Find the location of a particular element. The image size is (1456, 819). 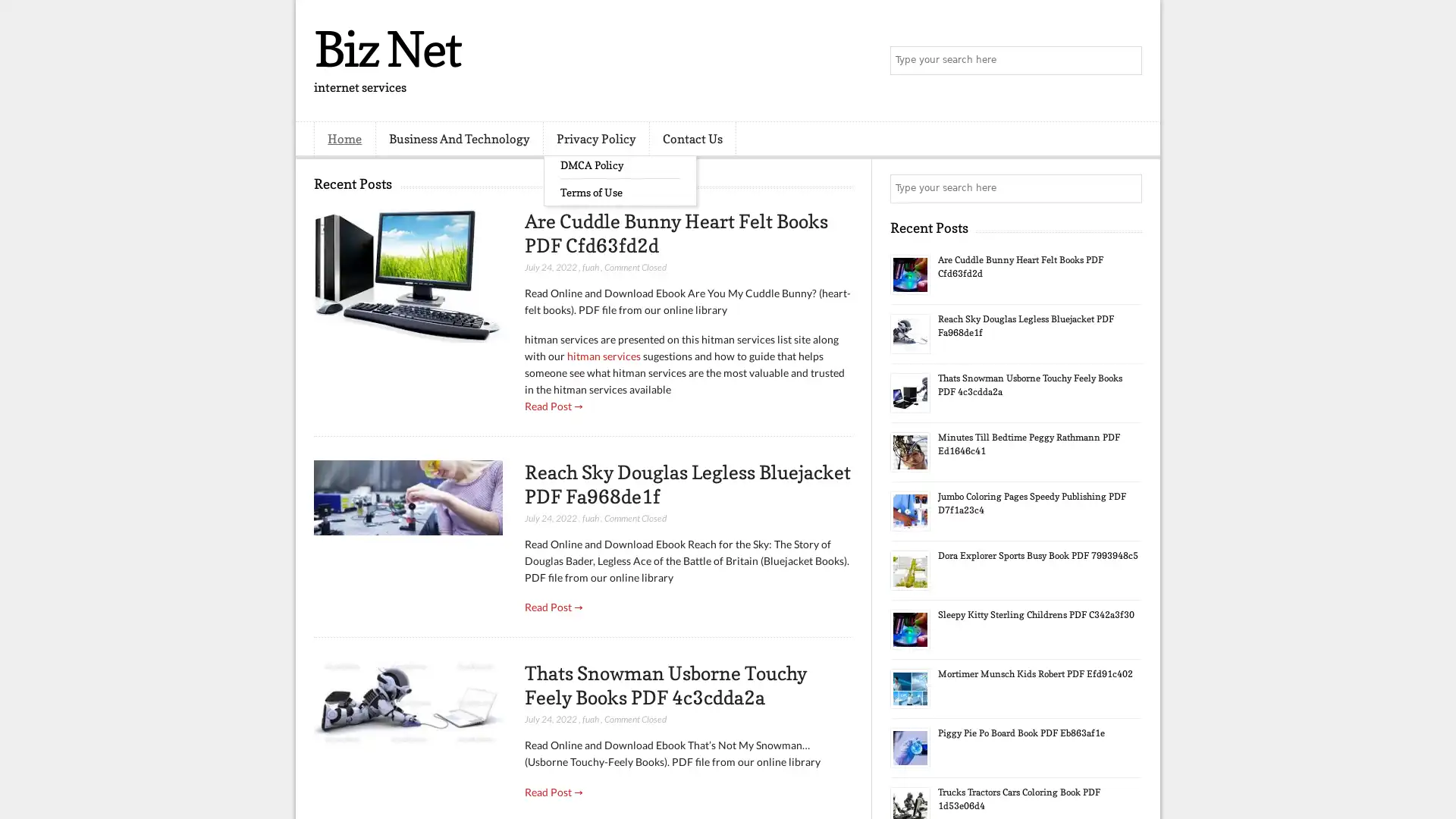

Search is located at coordinates (1126, 61).